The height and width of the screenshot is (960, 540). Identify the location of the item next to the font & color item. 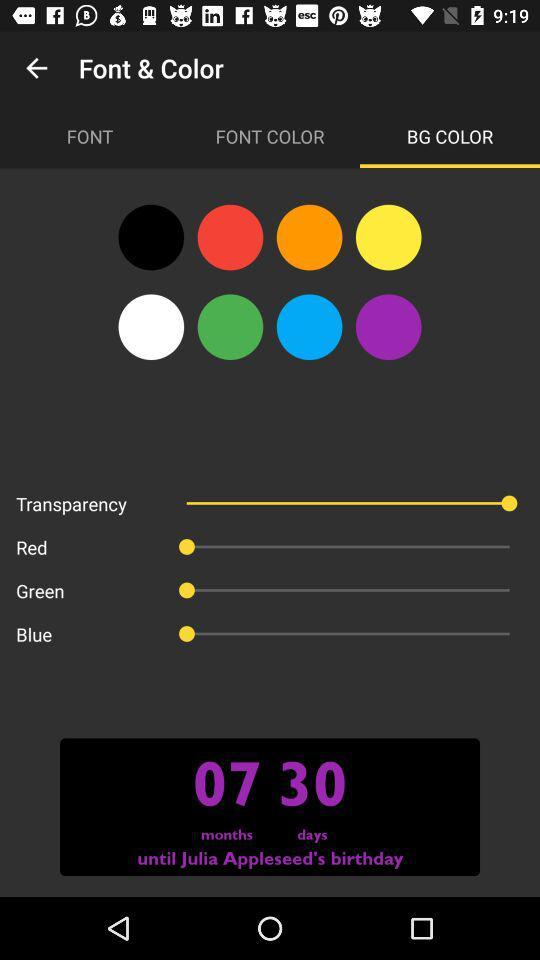
(36, 68).